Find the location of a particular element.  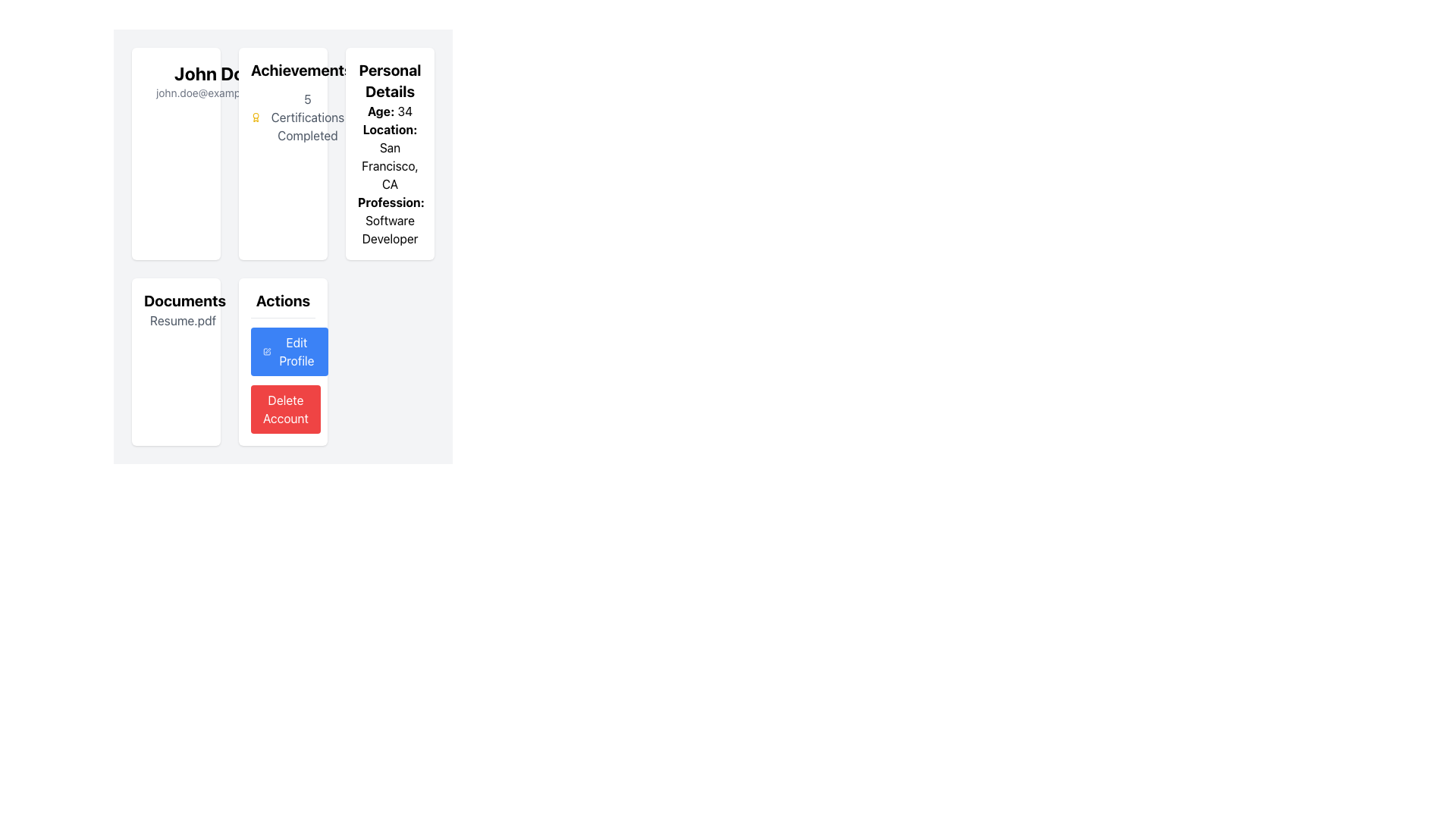

the first button in the 'Actions' section to initiate profile editing is located at coordinates (290, 351).